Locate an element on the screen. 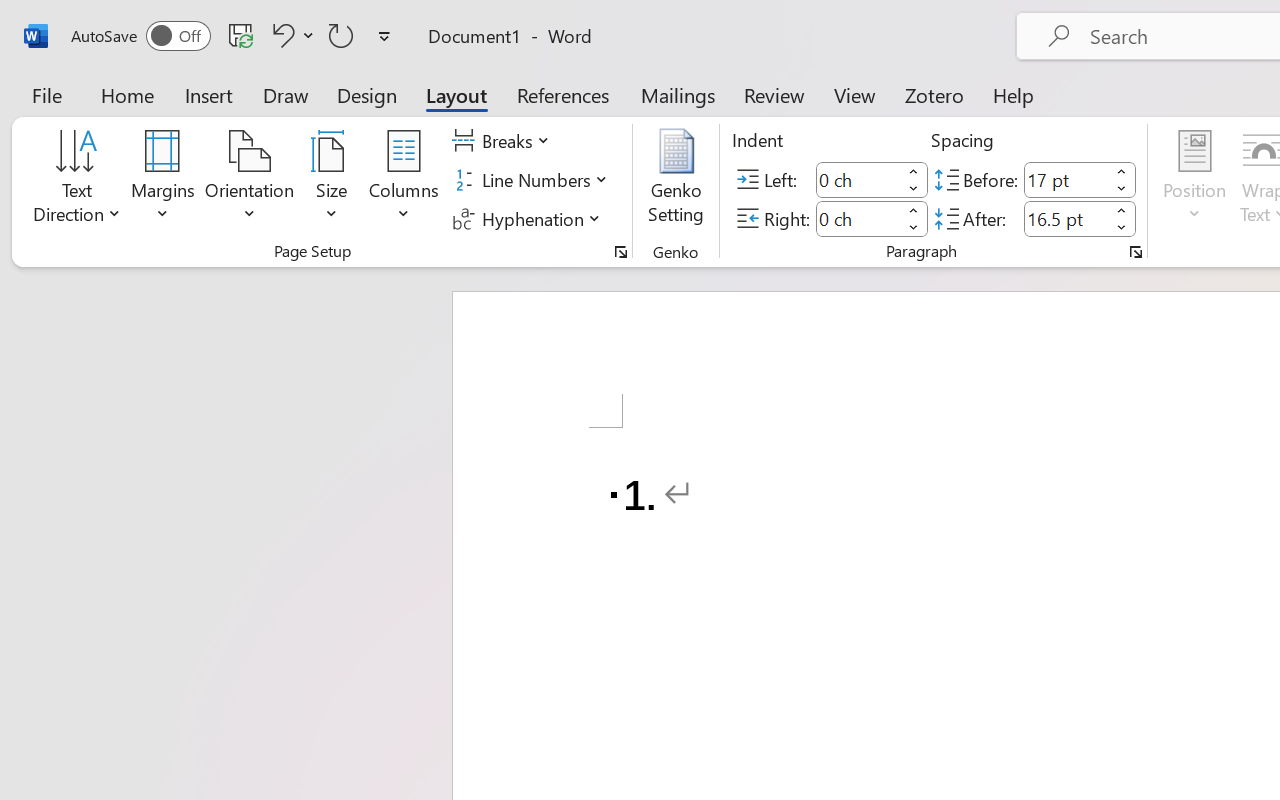 The image size is (1280, 800). 'Undo Number Default' is located at coordinates (289, 34).